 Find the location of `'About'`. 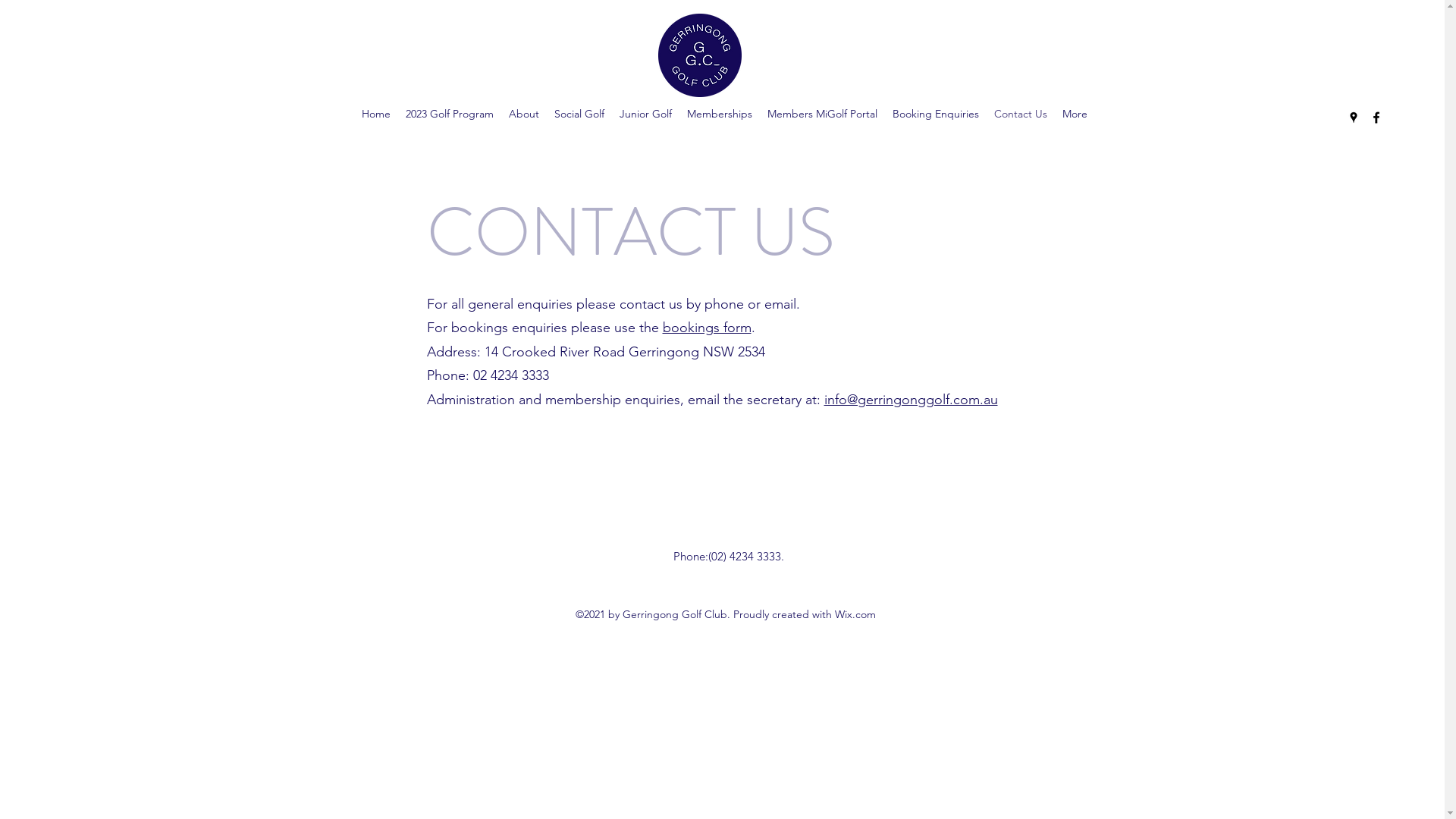

'About' is located at coordinates (524, 113).